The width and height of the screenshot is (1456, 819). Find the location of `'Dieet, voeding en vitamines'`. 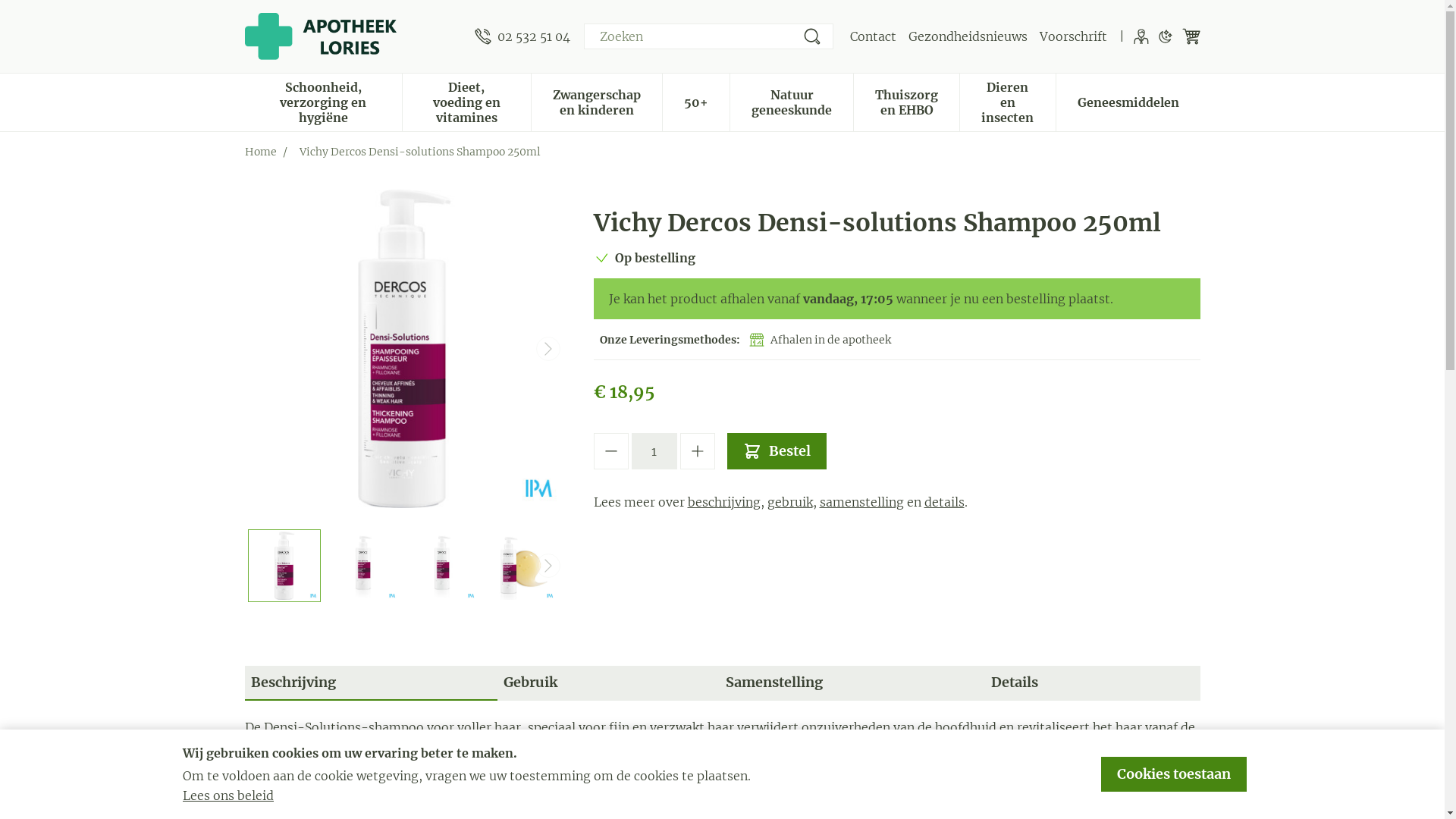

'Dieet, voeding en vitamines' is located at coordinates (466, 100).